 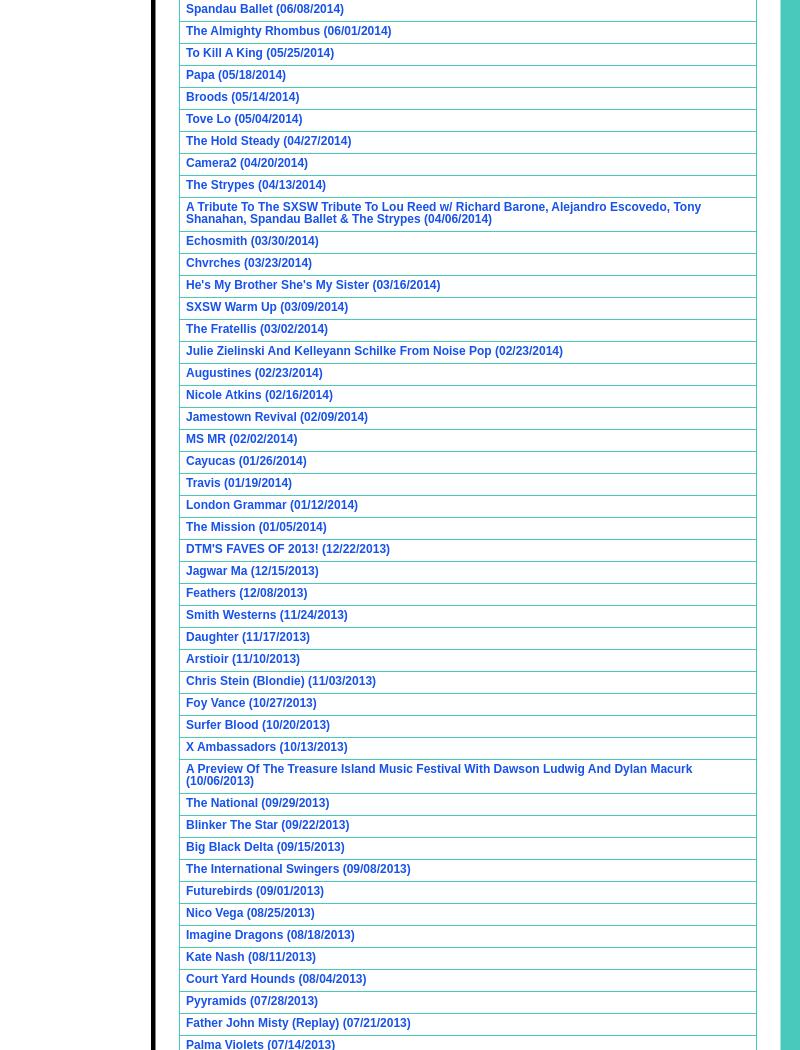 I want to click on 'Chris Stein (Blondie) (11/03/2013)', so click(x=281, y=681).